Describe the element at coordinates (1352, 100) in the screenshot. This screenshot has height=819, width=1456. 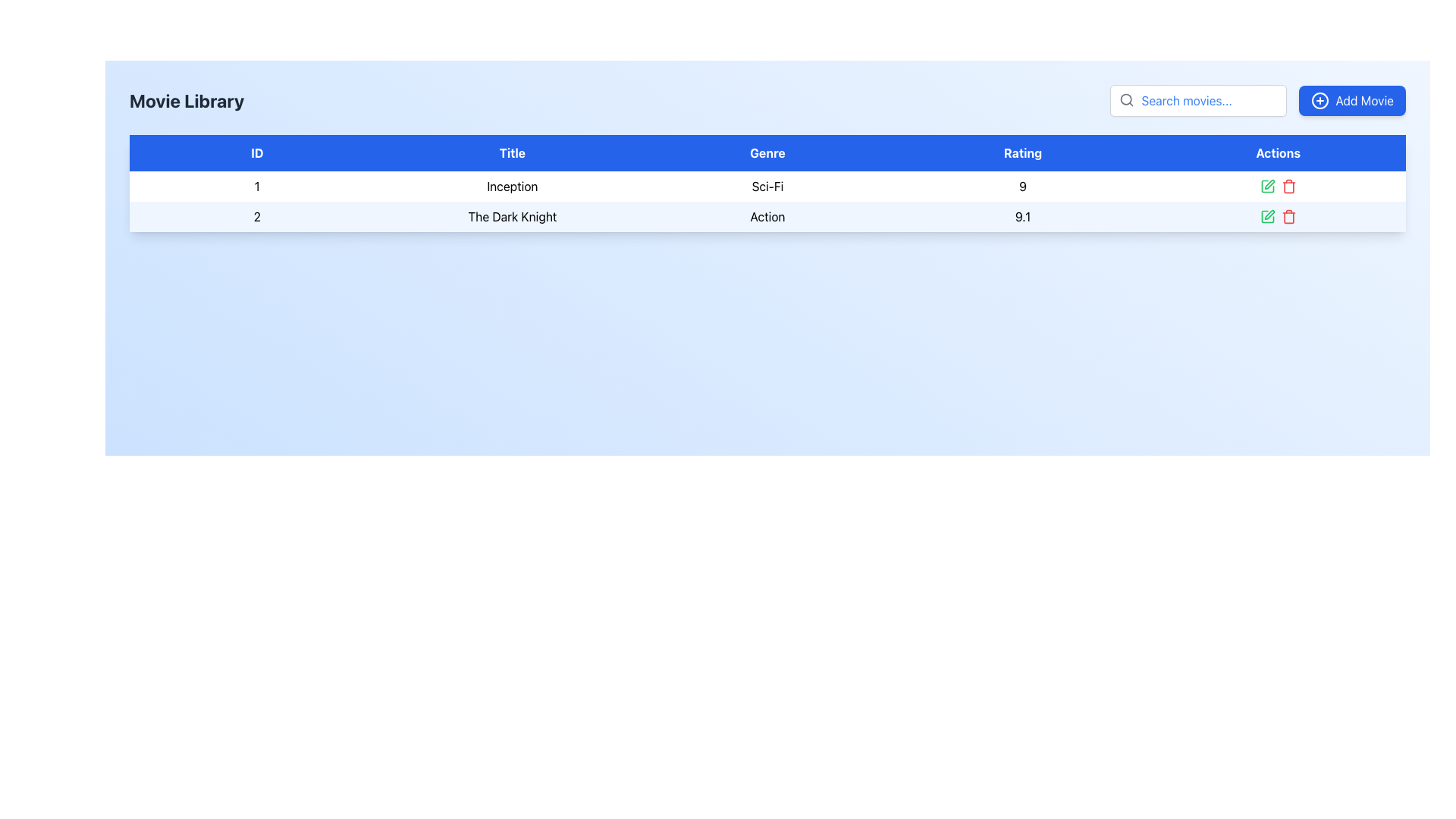
I see `the 'Add Movie' button located in the top-right corner of the interface` at that location.